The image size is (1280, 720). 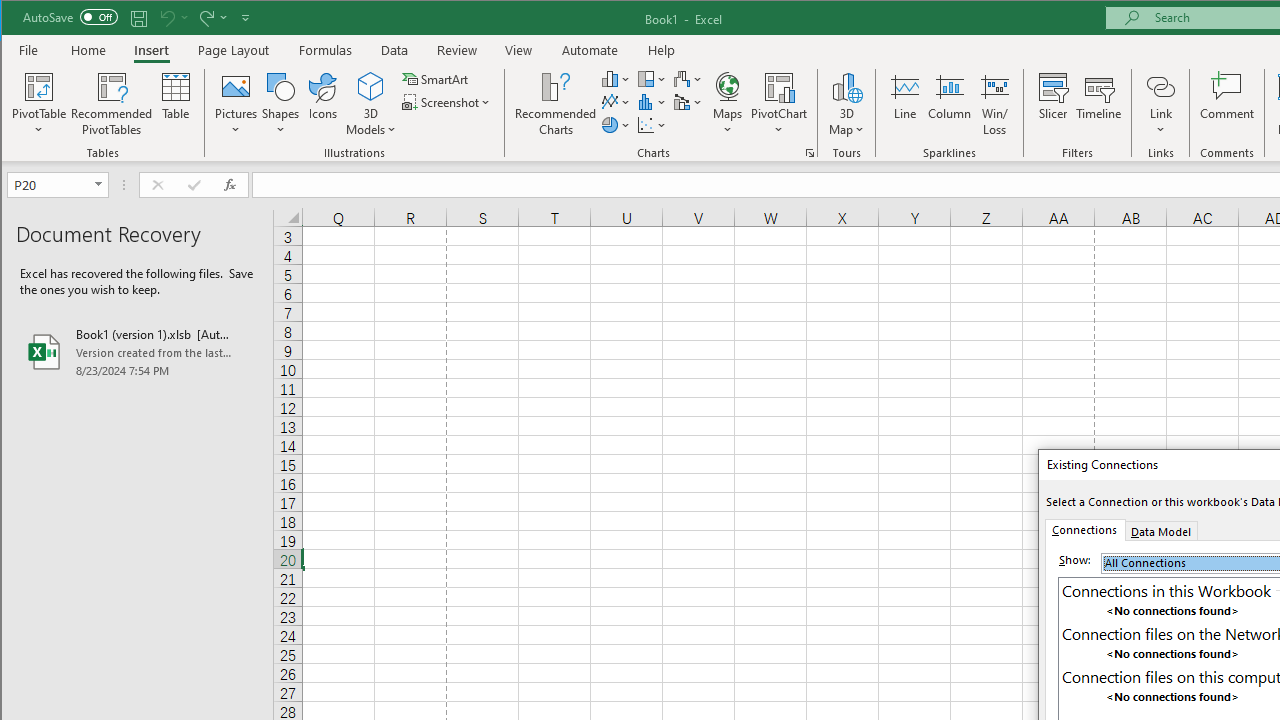 What do you see at coordinates (652, 125) in the screenshot?
I see `'Insert Scatter (X, Y) or Bubble Chart'` at bounding box center [652, 125].